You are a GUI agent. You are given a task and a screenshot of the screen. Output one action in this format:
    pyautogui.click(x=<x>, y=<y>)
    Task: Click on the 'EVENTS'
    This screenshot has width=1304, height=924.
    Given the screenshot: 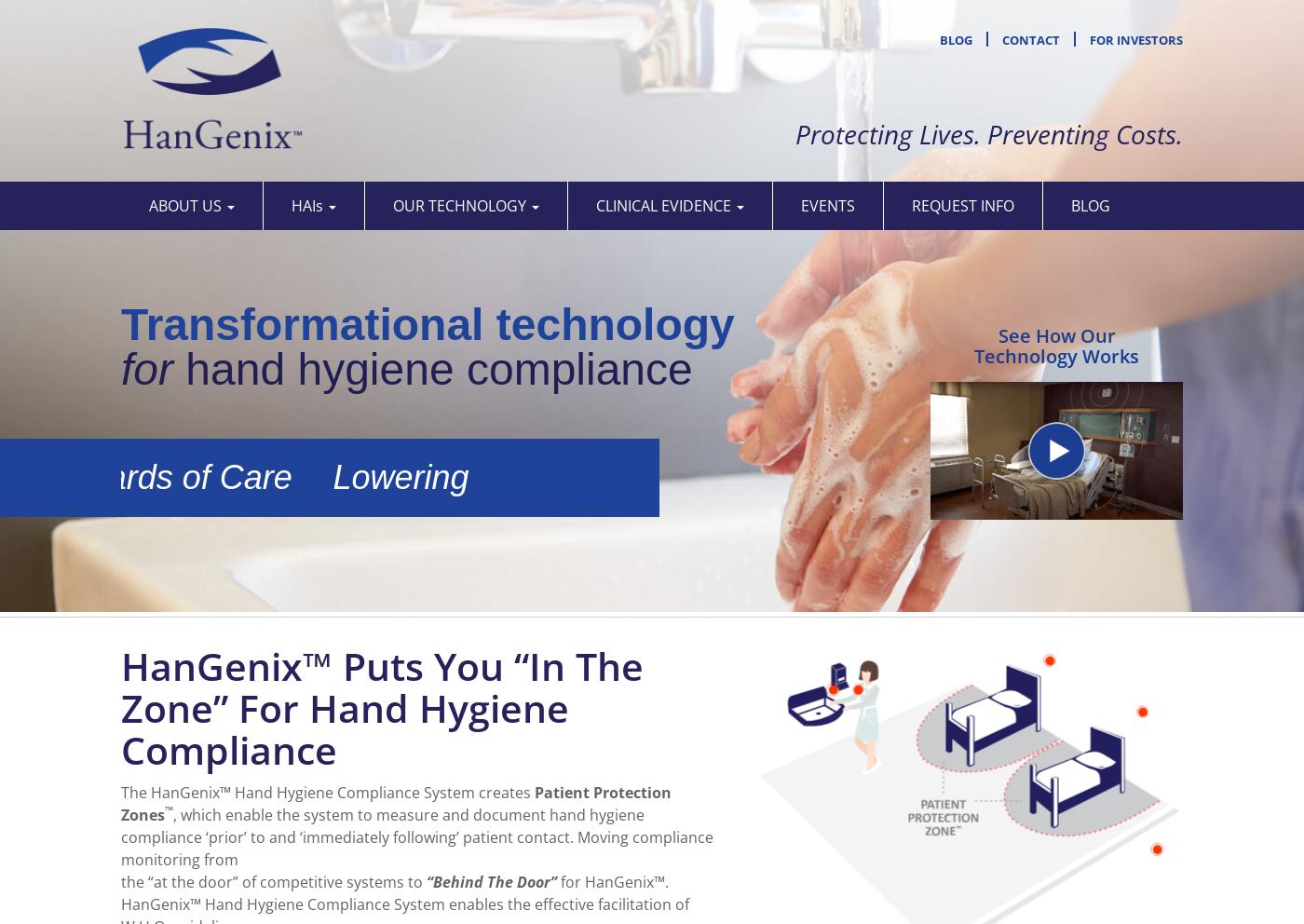 What is the action you would take?
    pyautogui.click(x=801, y=206)
    